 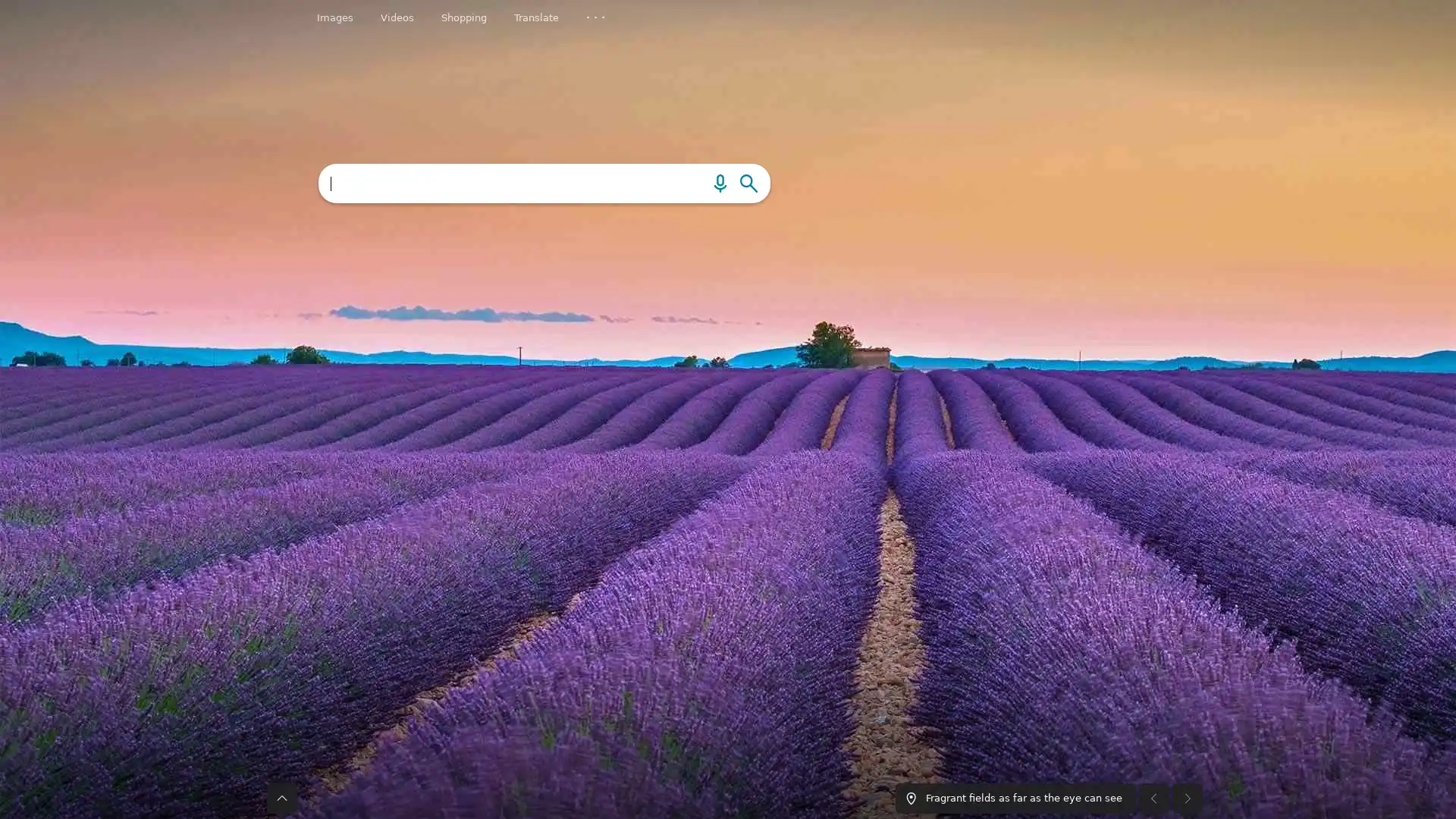 What do you see at coordinates (1153, 590) in the screenshot?
I see `Previous image` at bounding box center [1153, 590].